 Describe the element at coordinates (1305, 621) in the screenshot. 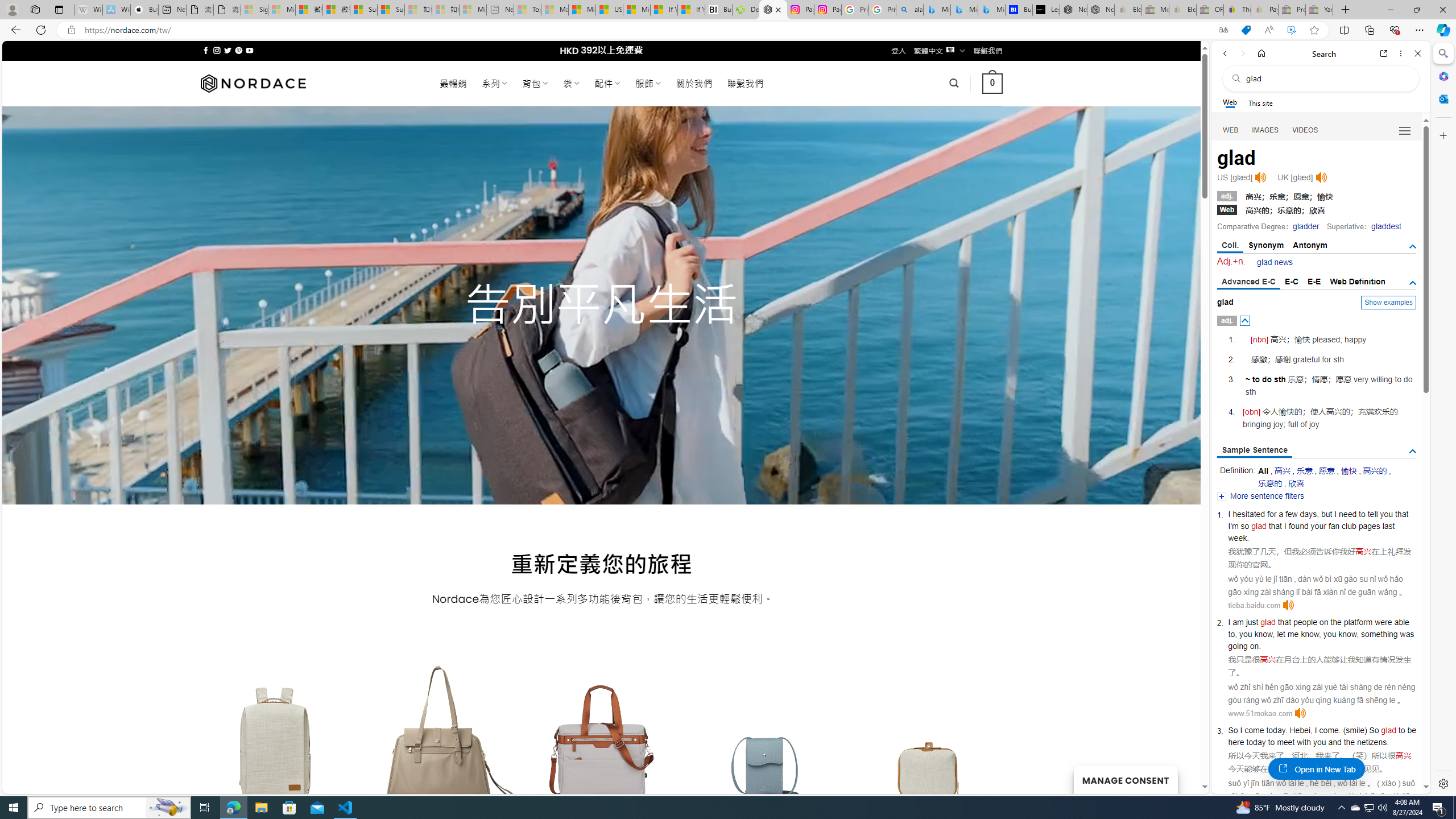

I see `'people'` at that location.